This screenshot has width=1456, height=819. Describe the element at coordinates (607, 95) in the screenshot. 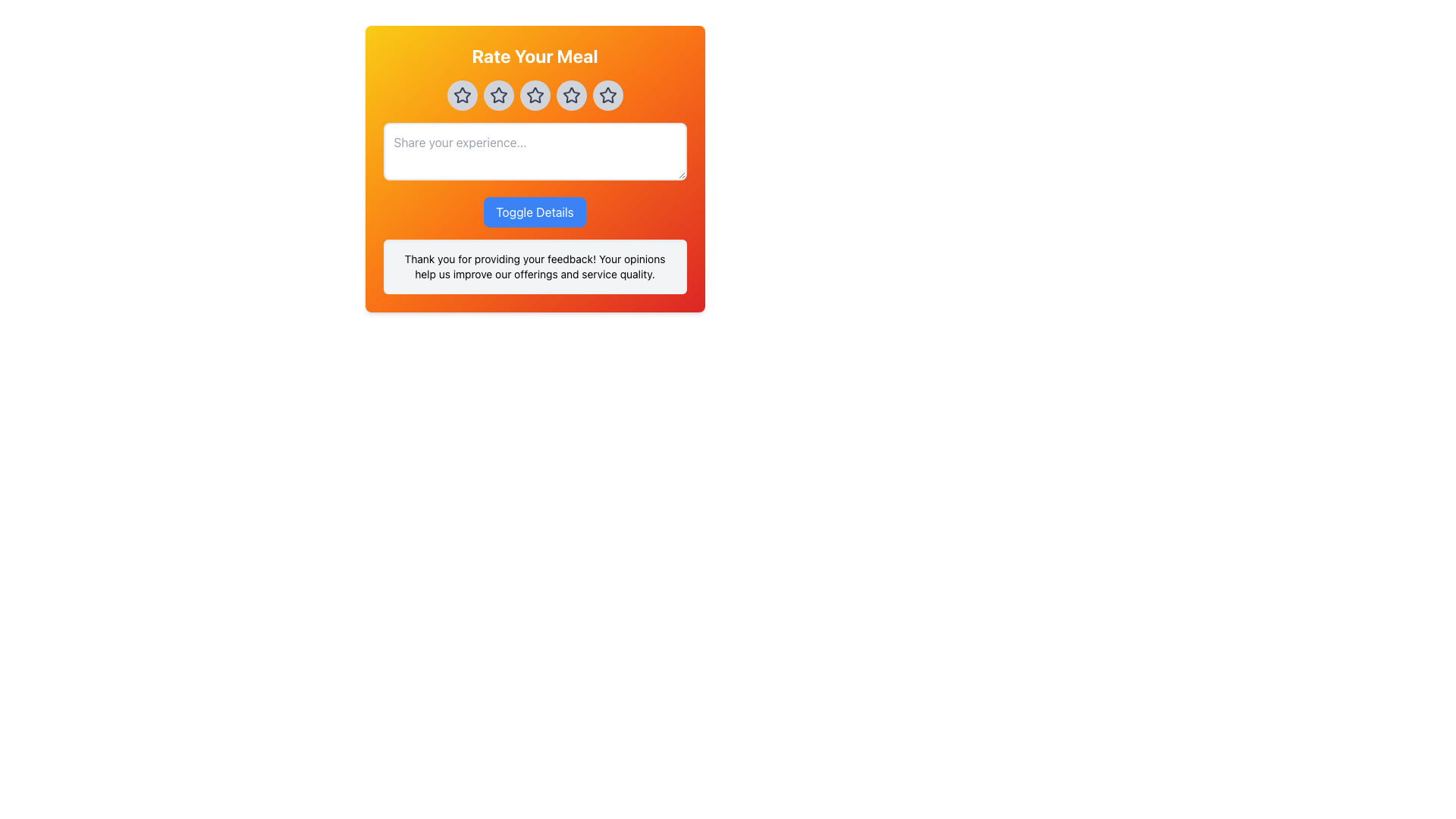

I see `the fifth star icon in the rating system under 'Rate Your Meal'` at that location.